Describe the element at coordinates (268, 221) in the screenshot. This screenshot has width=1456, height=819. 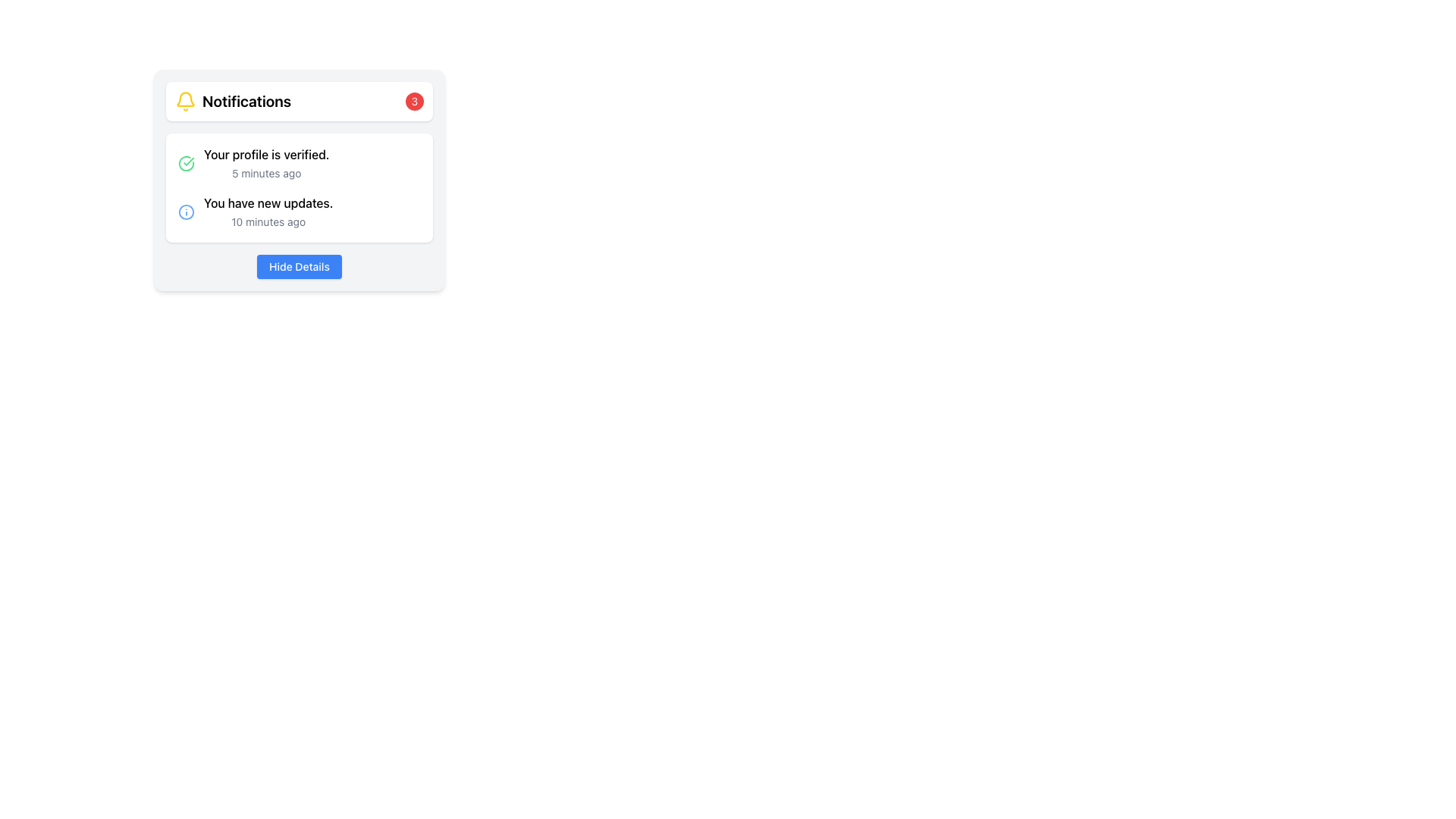
I see `the text label that displays the timestamp for notifications, located below 'You have new updates.' in the bottom-right portion of the notification card` at that location.